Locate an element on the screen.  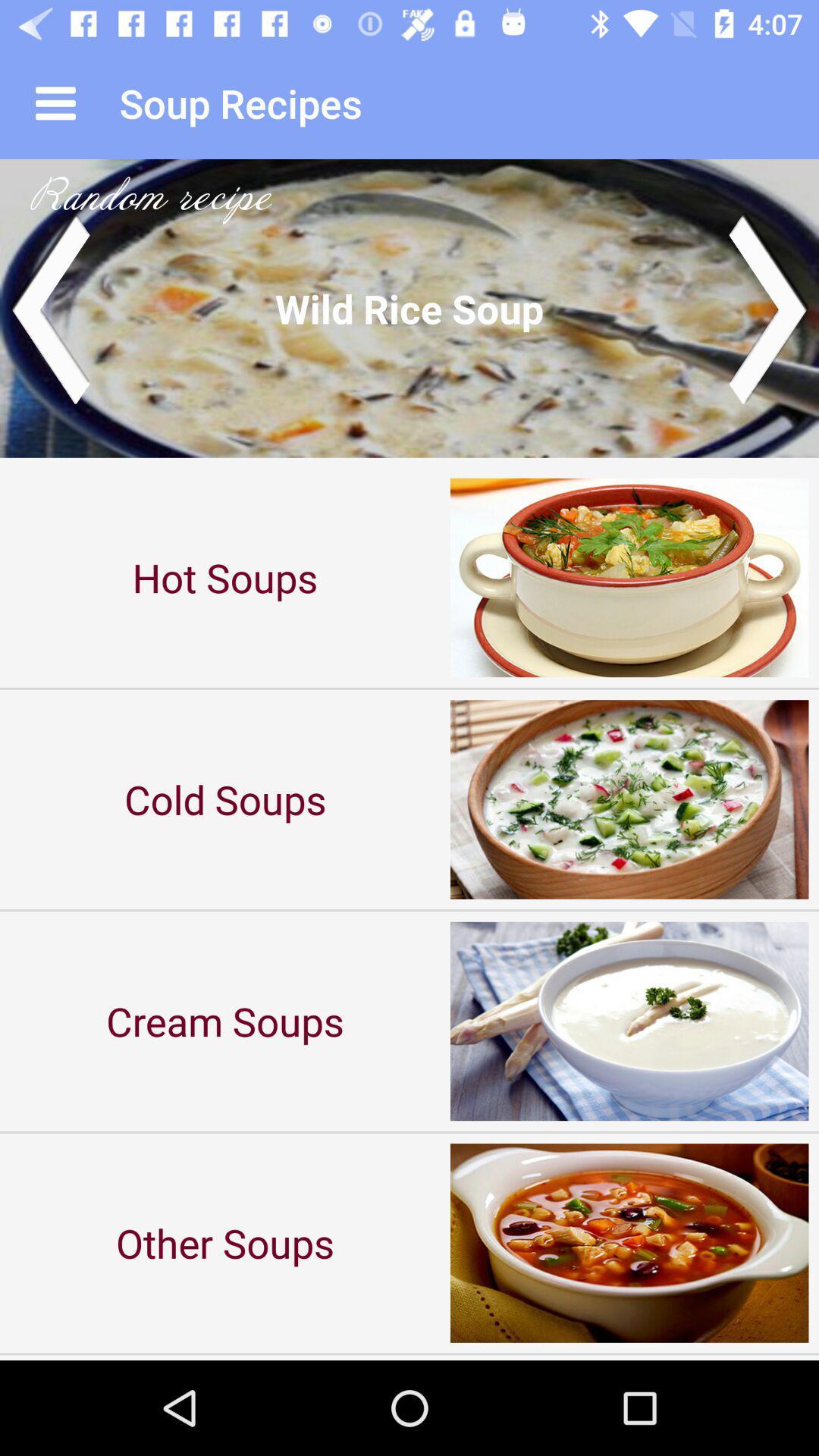
other soups icon is located at coordinates (225, 1243).